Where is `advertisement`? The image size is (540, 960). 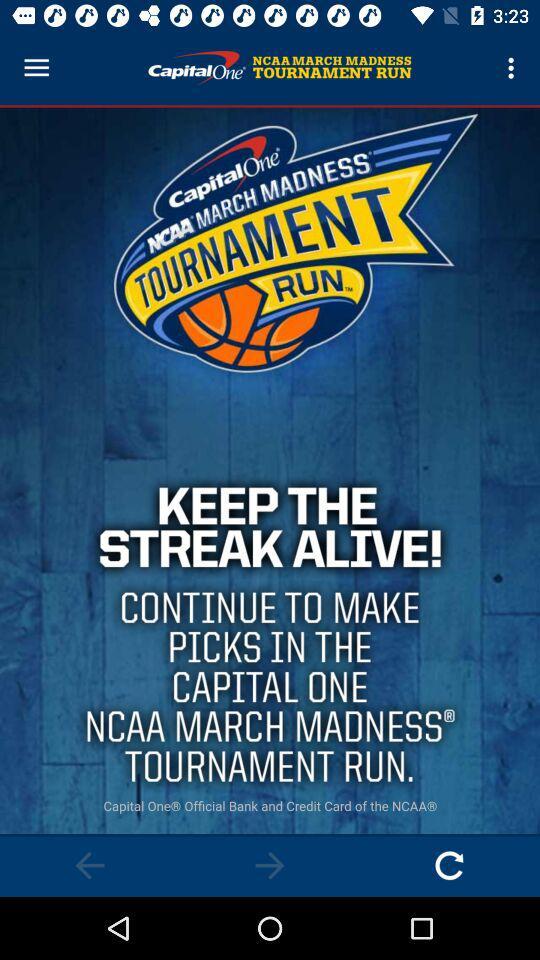
advertisement is located at coordinates (449, 864).